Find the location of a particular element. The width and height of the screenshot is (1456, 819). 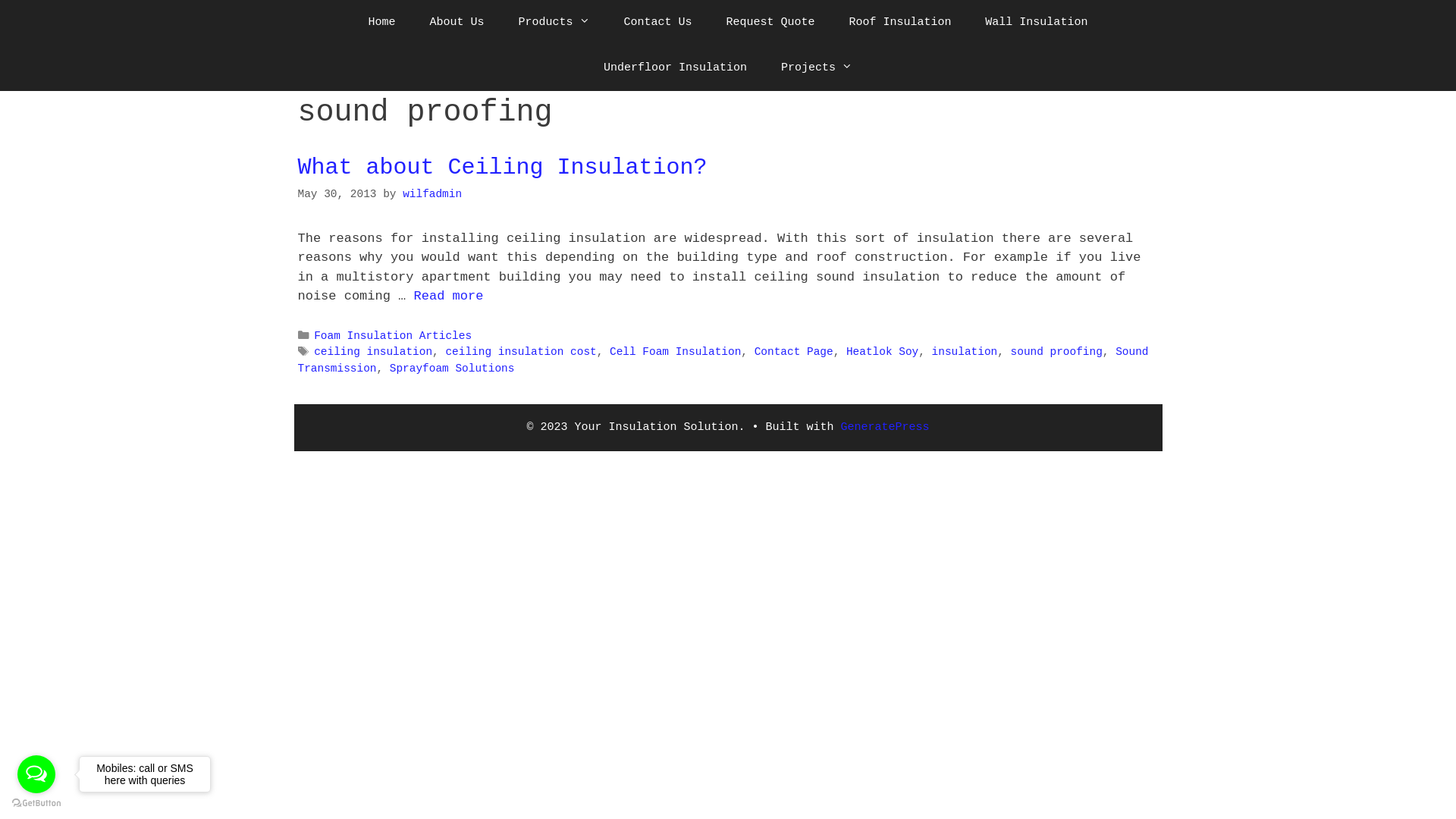

'Heatlok Soy' is located at coordinates (882, 351).